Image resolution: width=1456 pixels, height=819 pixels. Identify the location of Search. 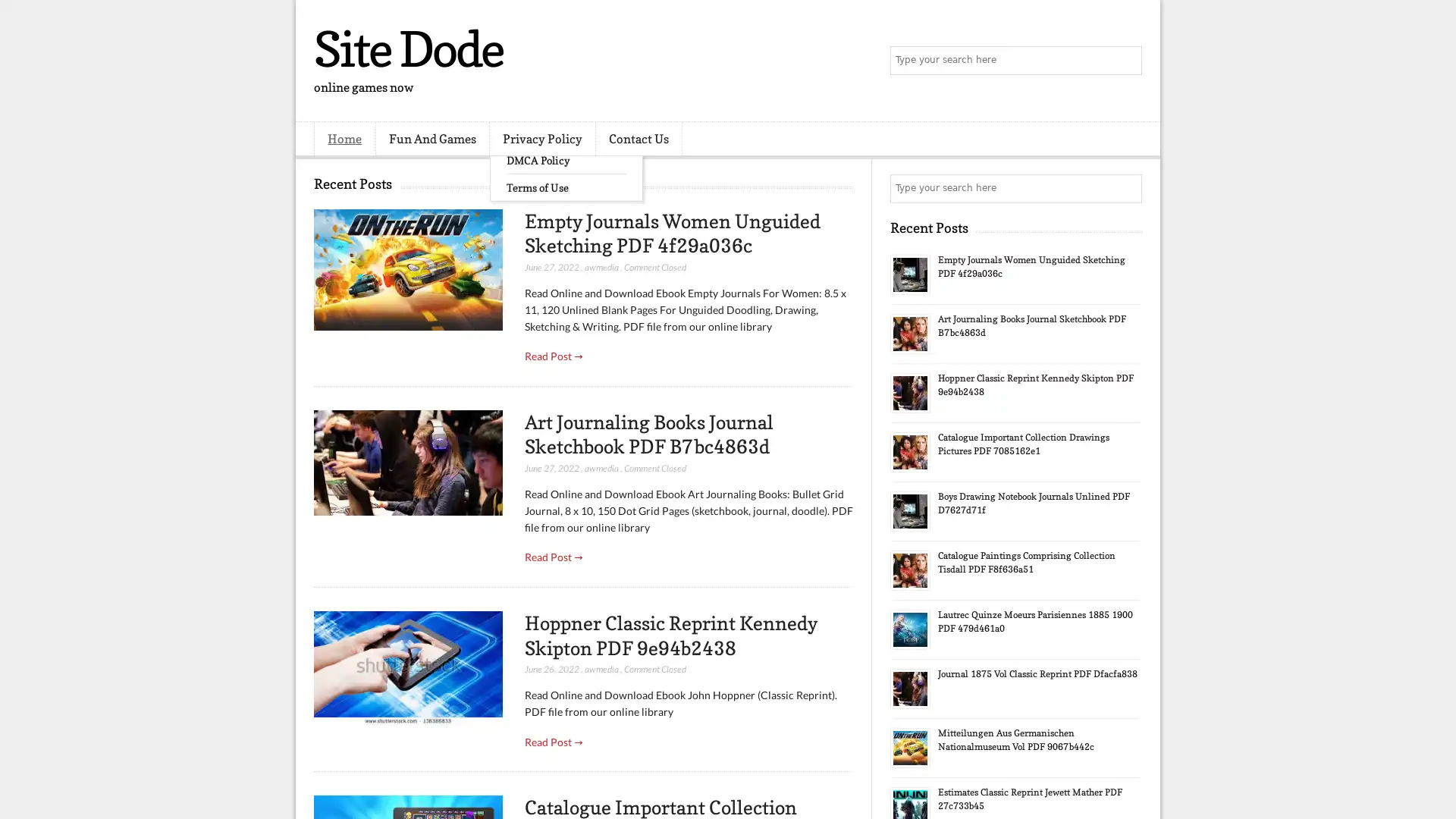
(1126, 61).